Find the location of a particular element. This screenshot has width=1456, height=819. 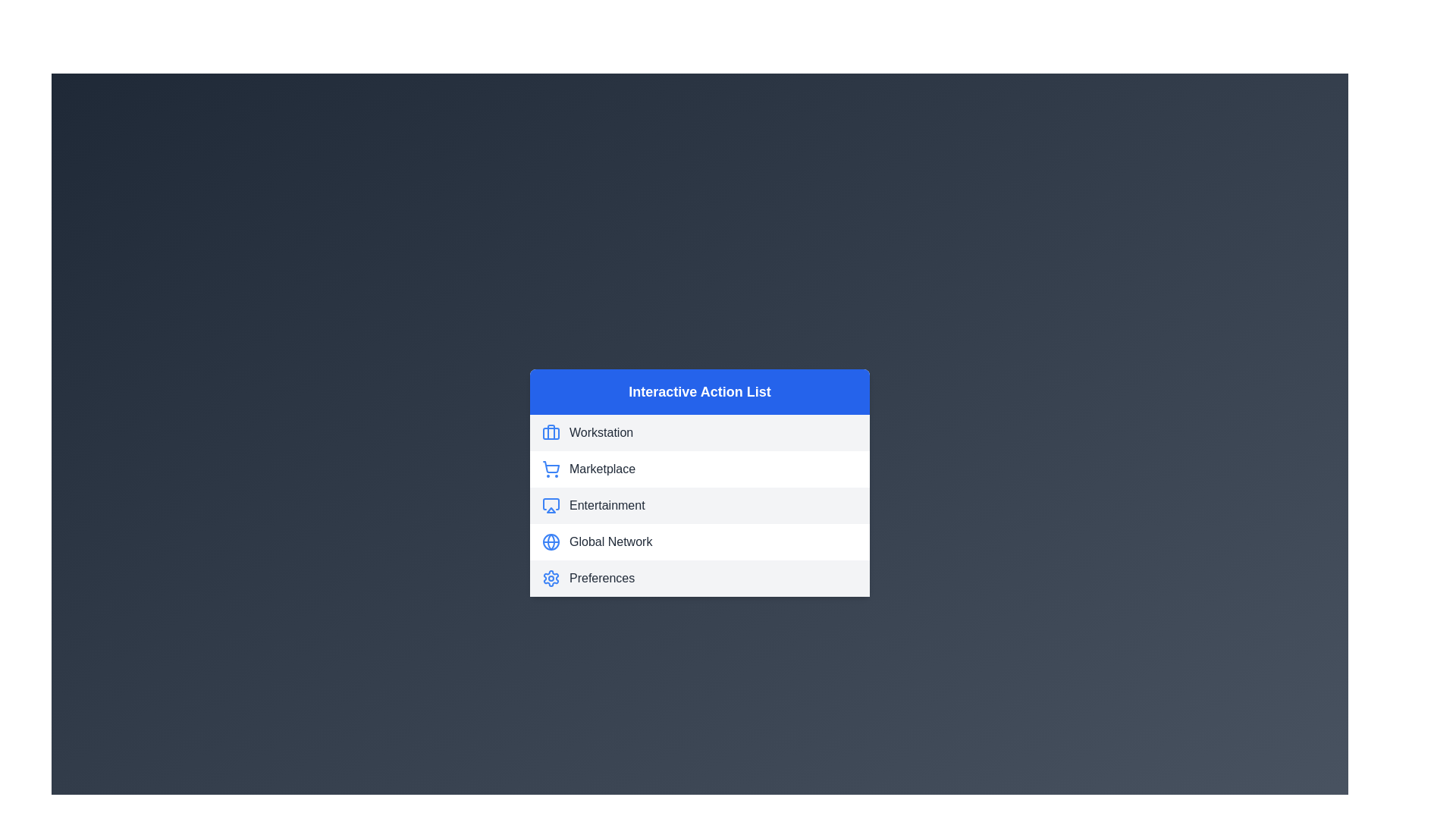

the shopping cart icon with a blue outline, located under the 'Interactive Action List' header is located at coordinates (550, 468).